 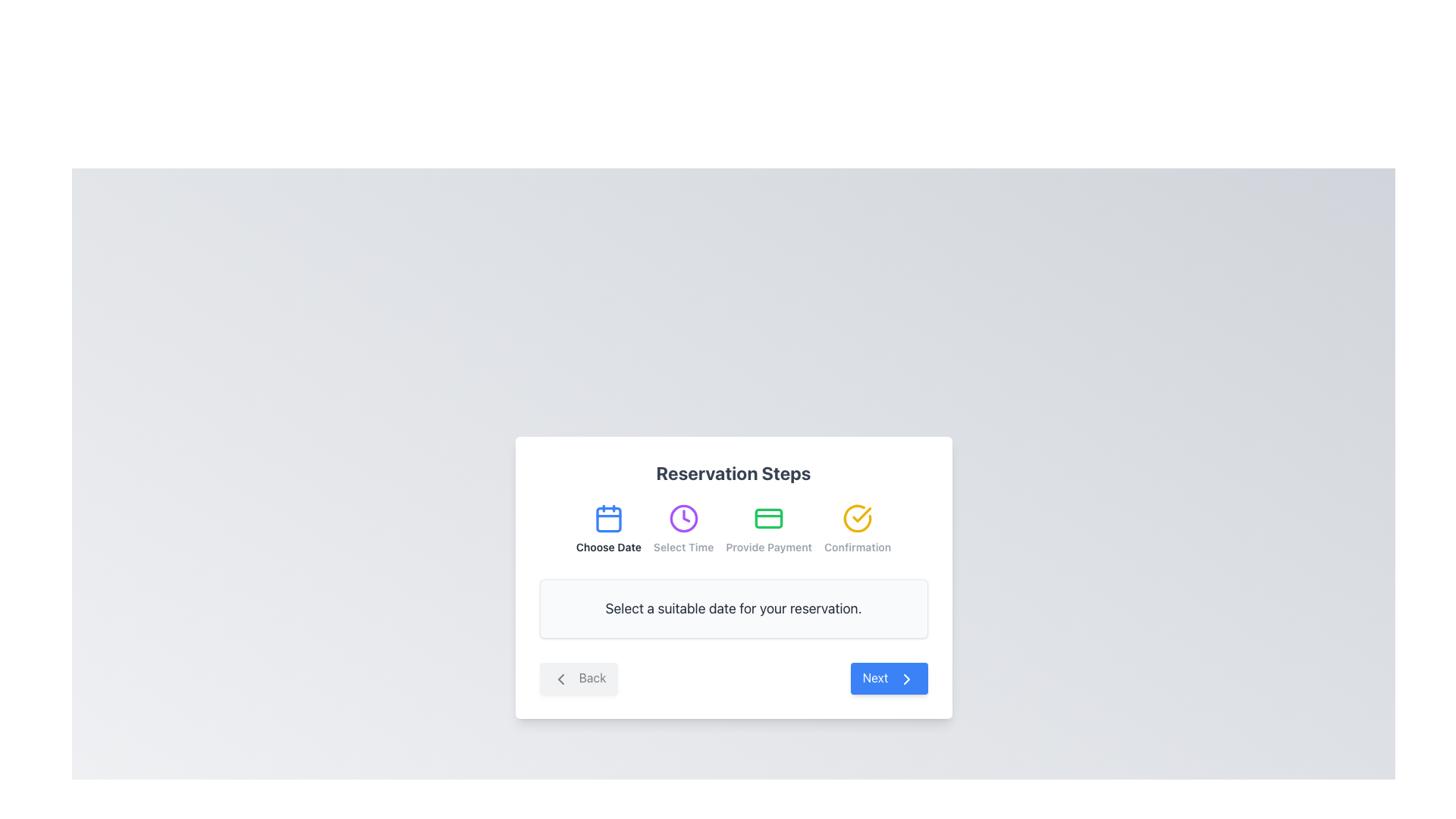 I want to click on the Label with an icon indicating the current step in the reservation process to choose a date, located in the middle-left area of the step navigation row, so click(x=608, y=529).